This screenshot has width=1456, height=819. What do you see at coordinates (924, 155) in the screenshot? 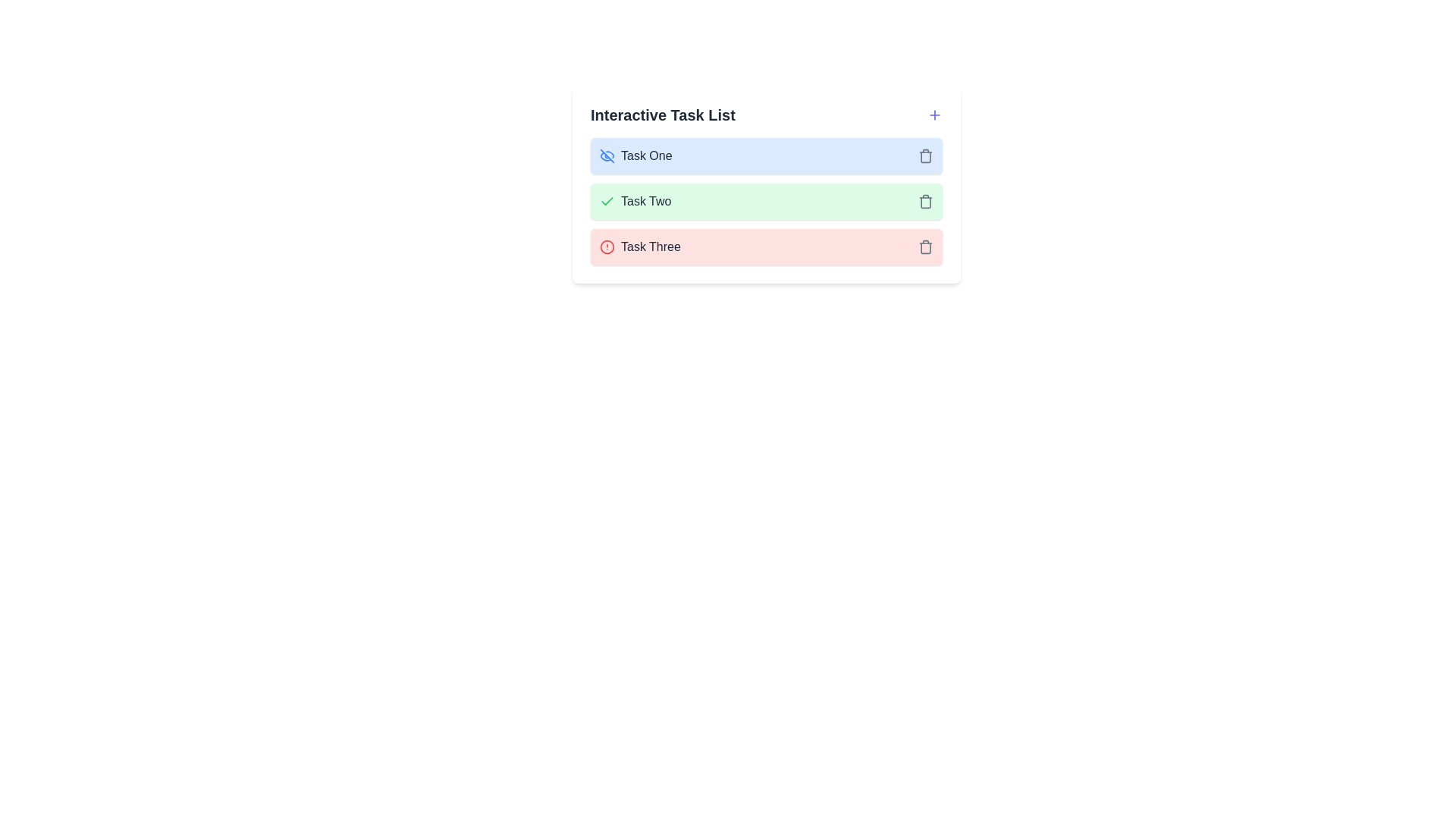
I see `the trash can icon located in the top-right corner of the first task row, adjacent to the text 'Task One'` at bounding box center [924, 155].